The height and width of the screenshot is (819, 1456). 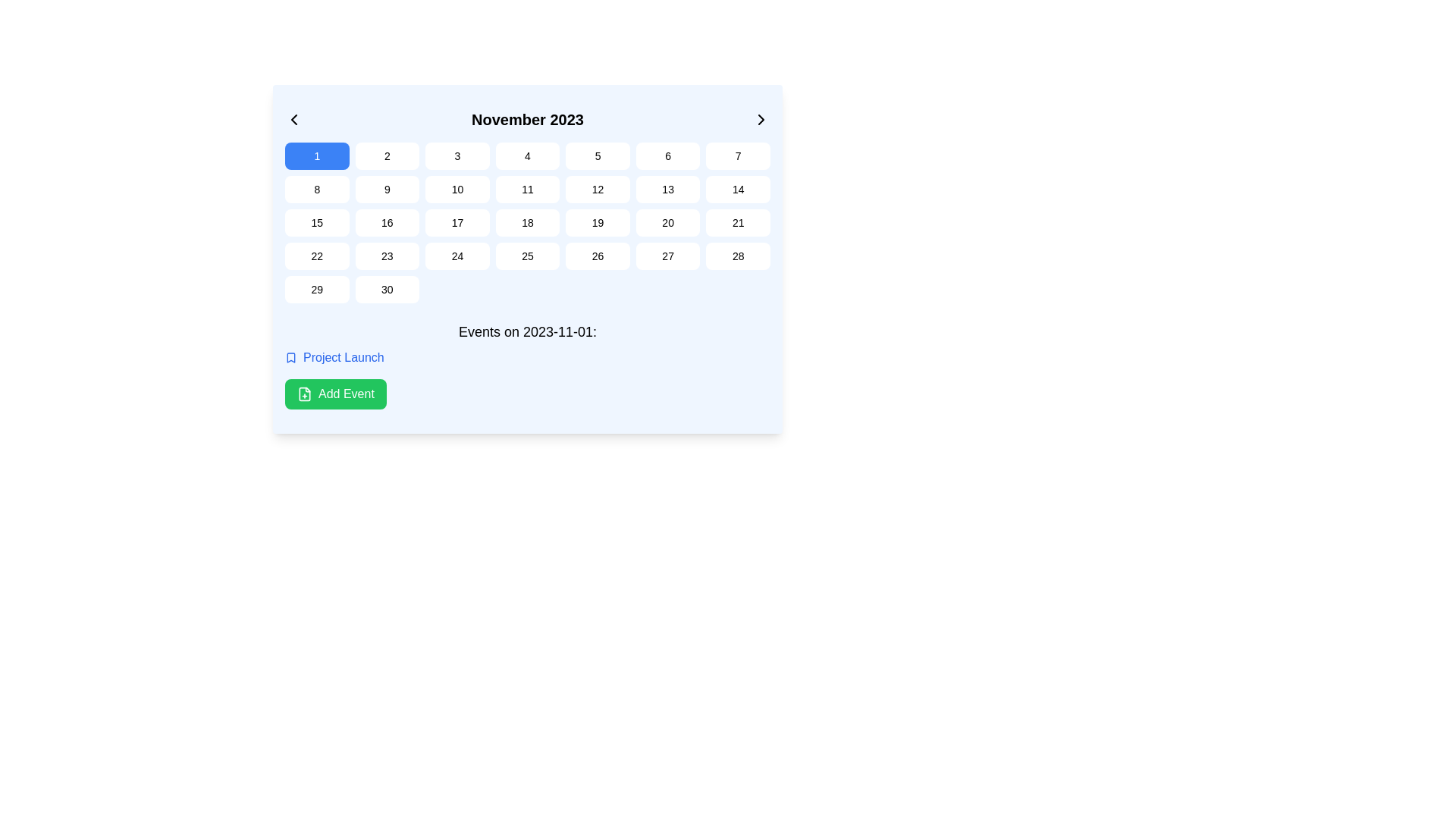 I want to click on the button labeled '5', which is a rectangular button with rounded corners and a white background, so click(x=597, y=155).